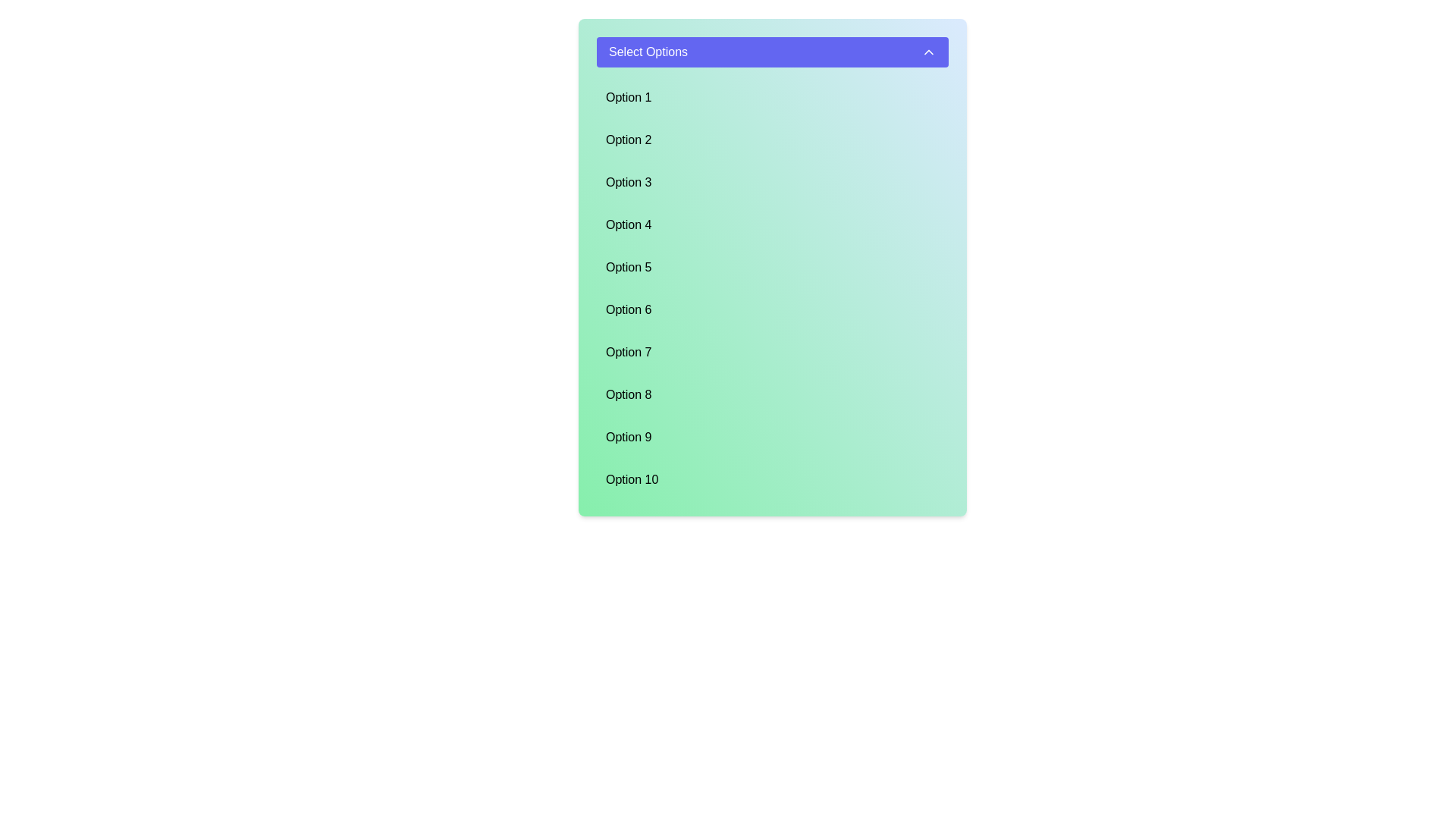 The width and height of the screenshot is (1456, 819). Describe the element at coordinates (629, 309) in the screenshot. I see `the 'Option 6' dropdown menu item located in the sixth position of the dropdown list` at that location.